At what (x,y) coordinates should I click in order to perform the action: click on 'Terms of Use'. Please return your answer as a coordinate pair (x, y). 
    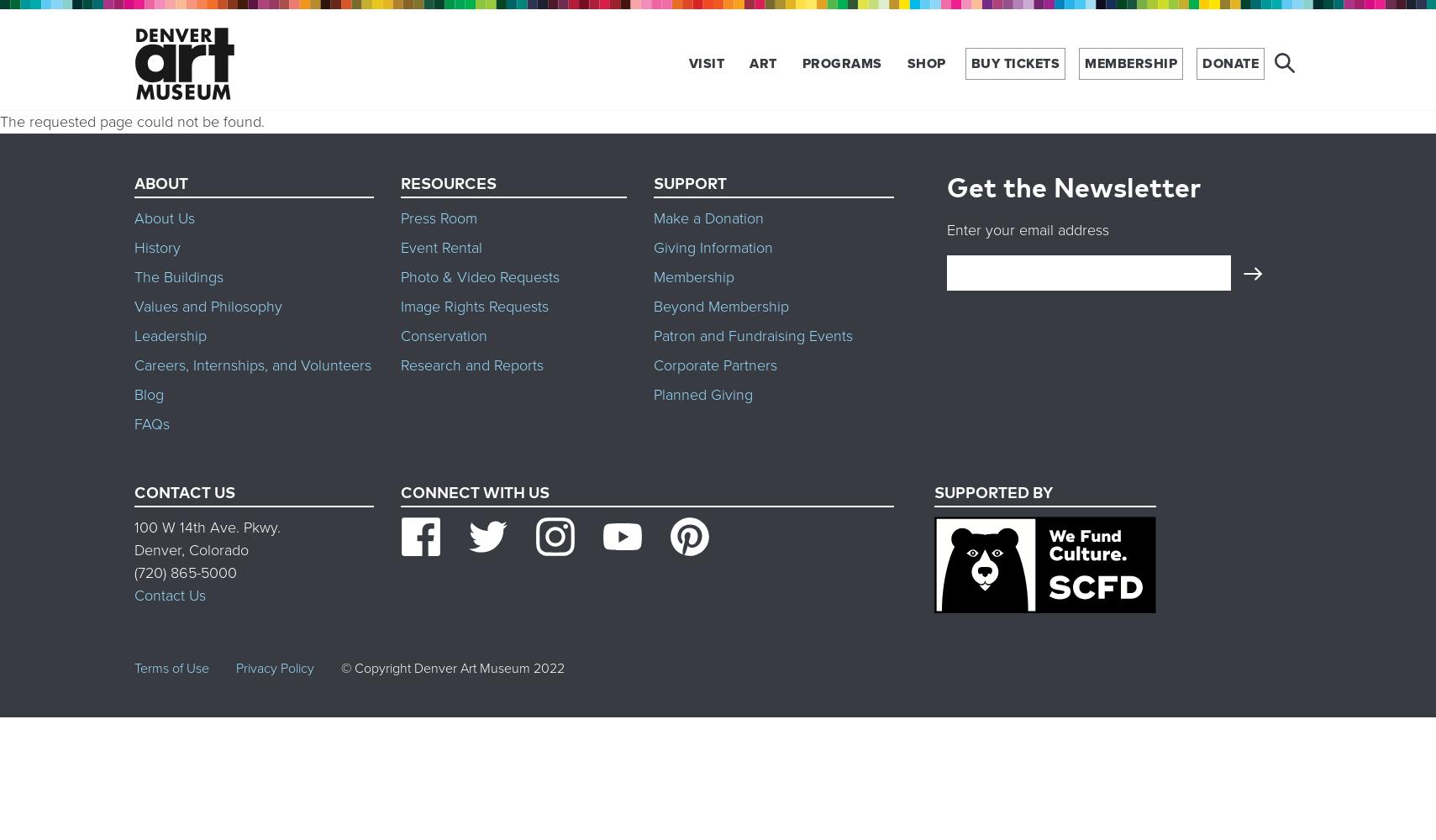
    Looking at the image, I should click on (171, 669).